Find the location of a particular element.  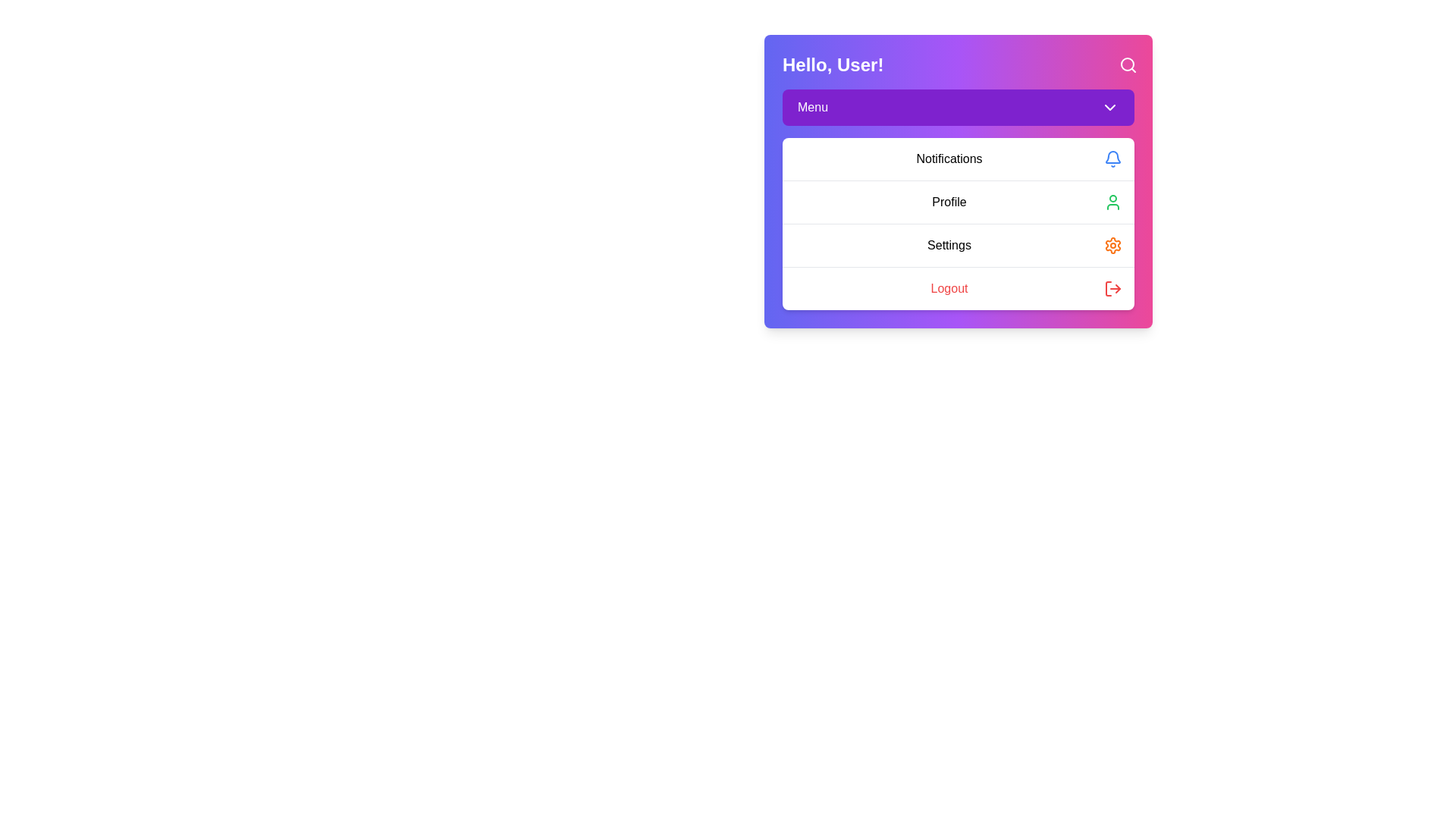

the 'Settings' option in the menu is located at coordinates (957, 244).